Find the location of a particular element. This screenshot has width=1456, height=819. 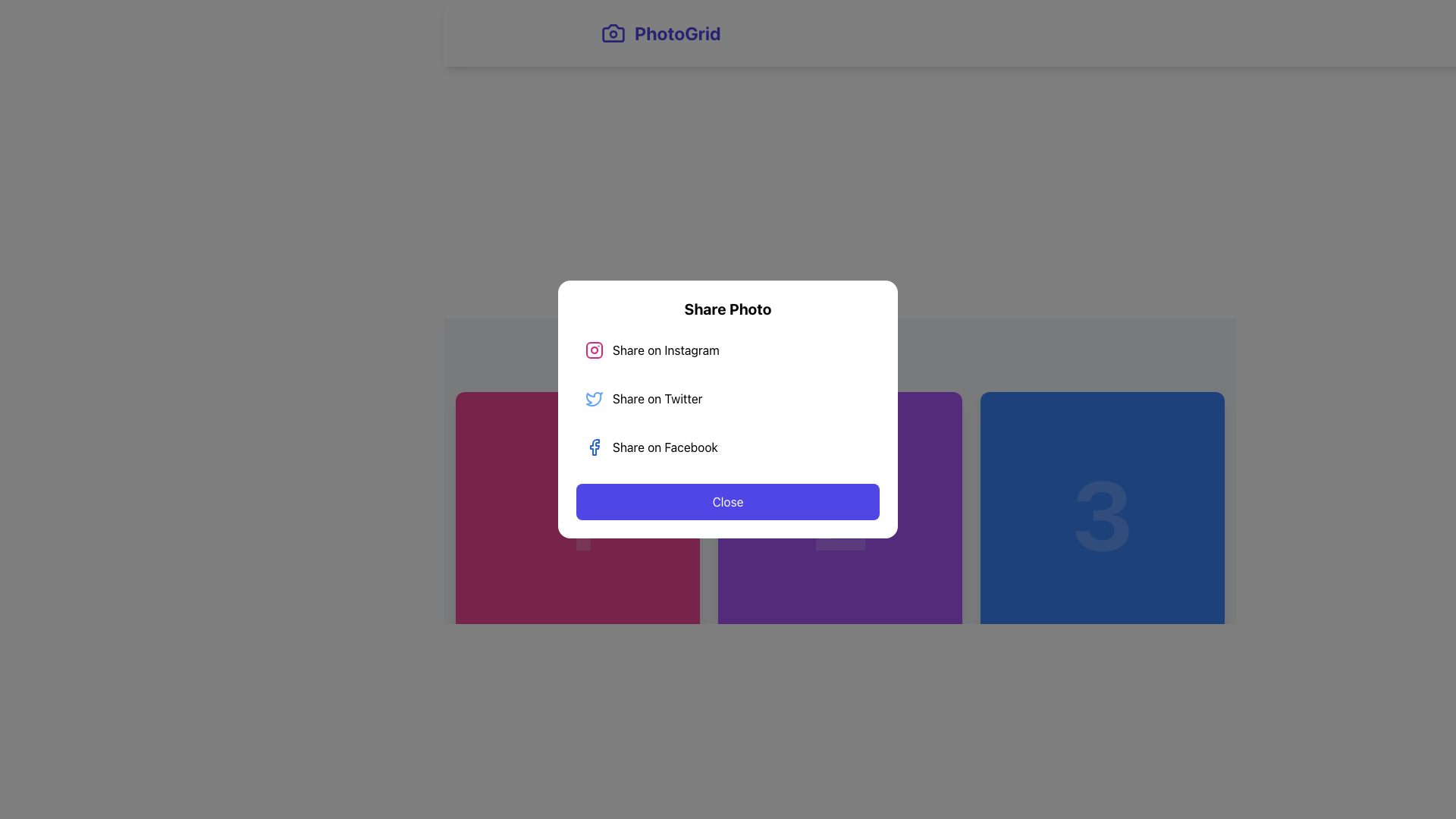

the 'Share on Twitter' button is located at coordinates (728, 397).